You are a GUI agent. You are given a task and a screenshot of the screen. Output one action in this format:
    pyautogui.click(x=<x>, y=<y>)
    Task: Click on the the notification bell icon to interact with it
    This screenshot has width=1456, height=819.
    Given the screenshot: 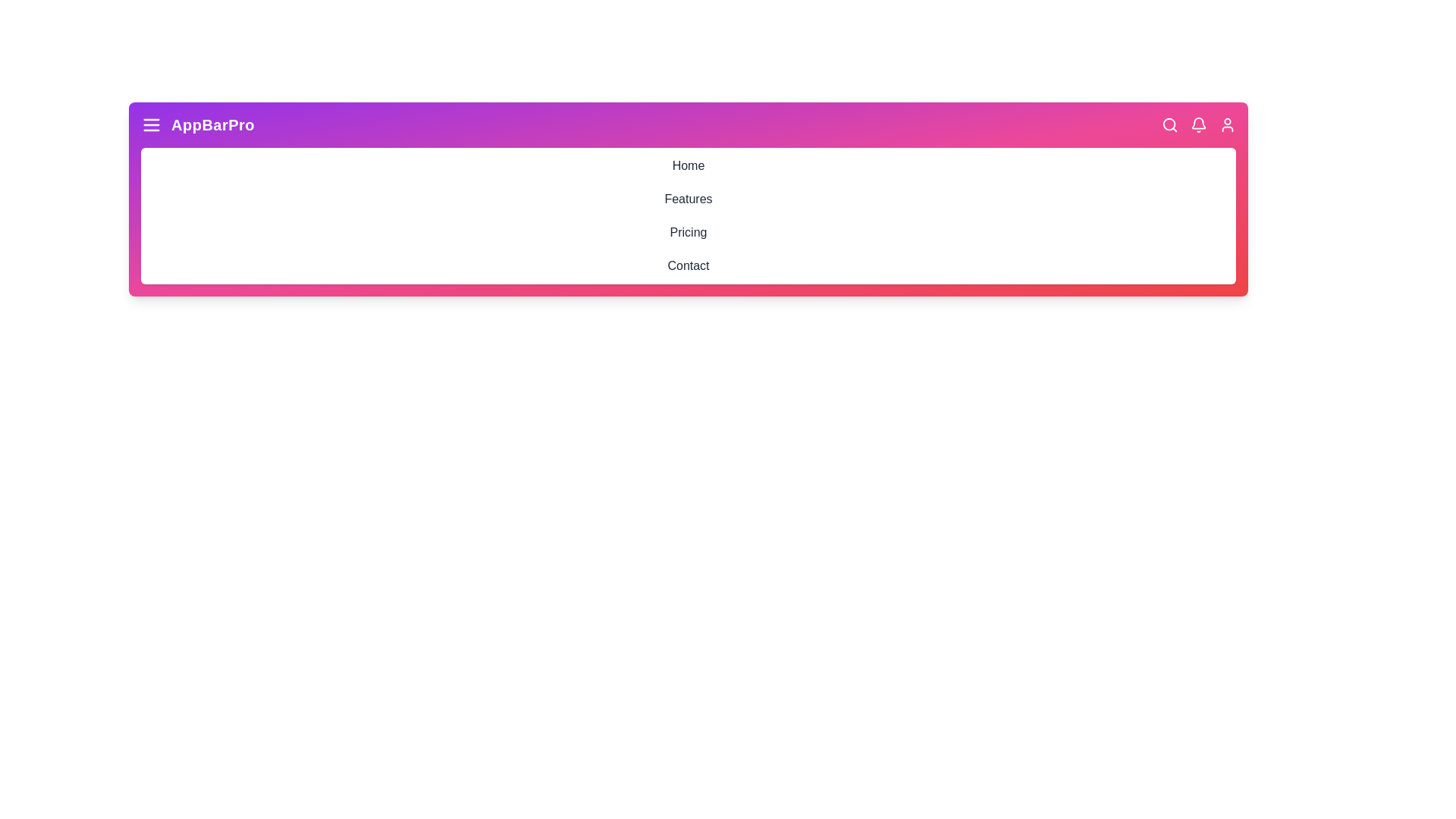 What is the action you would take?
    pyautogui.click(x=1197, y=124)
    